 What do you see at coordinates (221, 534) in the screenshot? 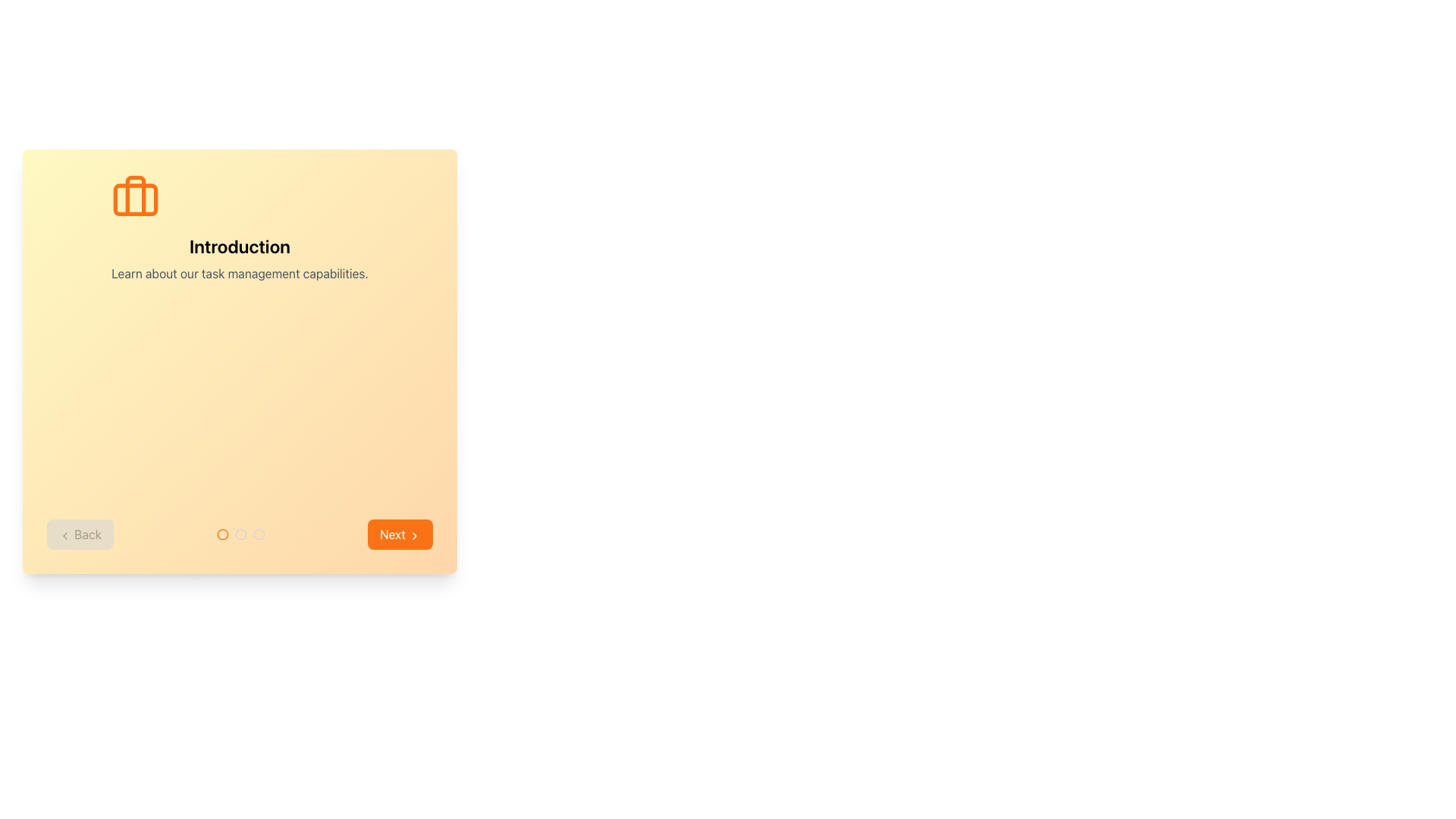
I see `the small circular Navigation Indicator icon with an orange outline, located slightly above the bottom center of the interface` at bounding box center [221, 534].